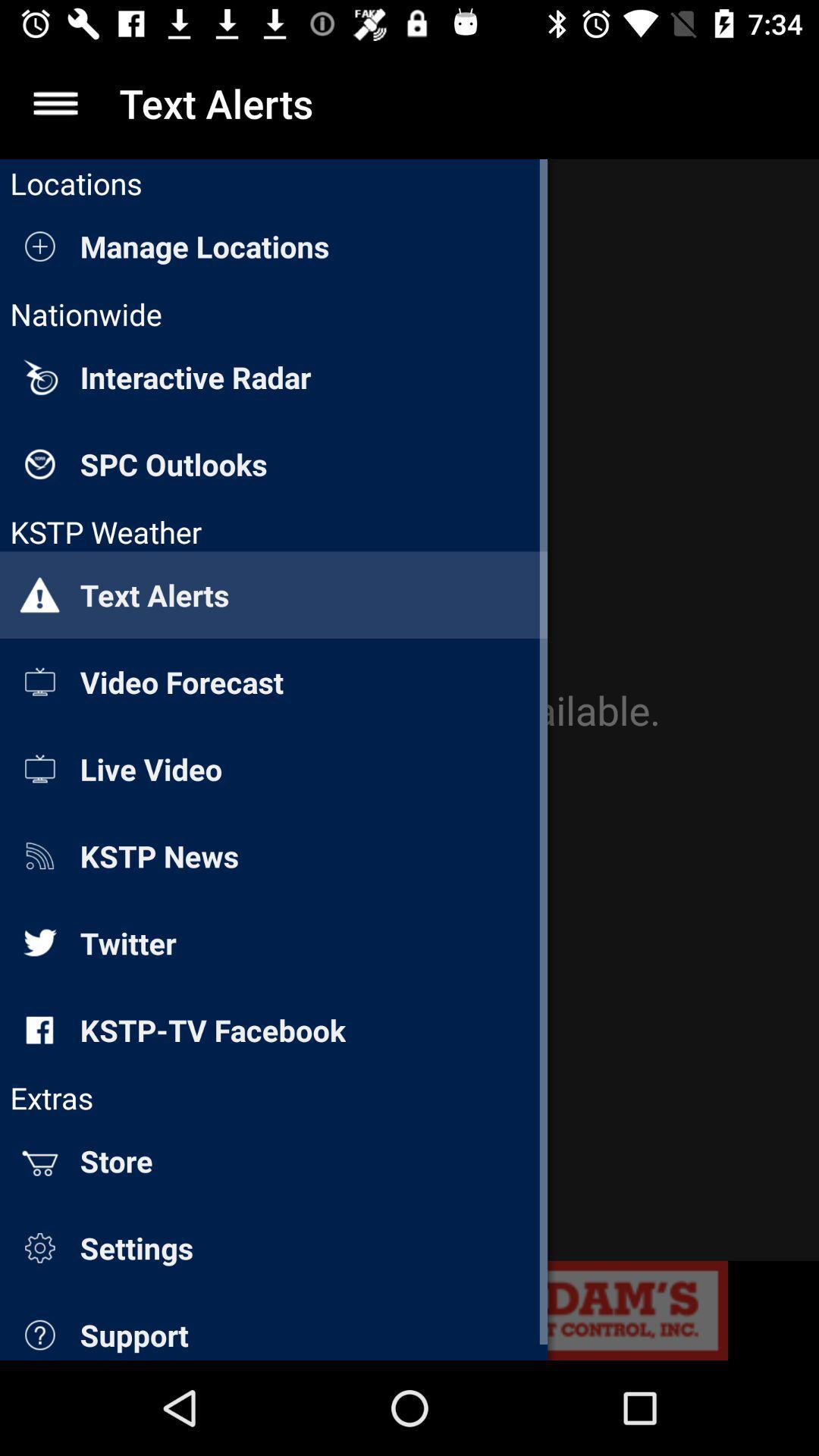  I want to click on the app to the left of the text alerts item, so click(55, 102).